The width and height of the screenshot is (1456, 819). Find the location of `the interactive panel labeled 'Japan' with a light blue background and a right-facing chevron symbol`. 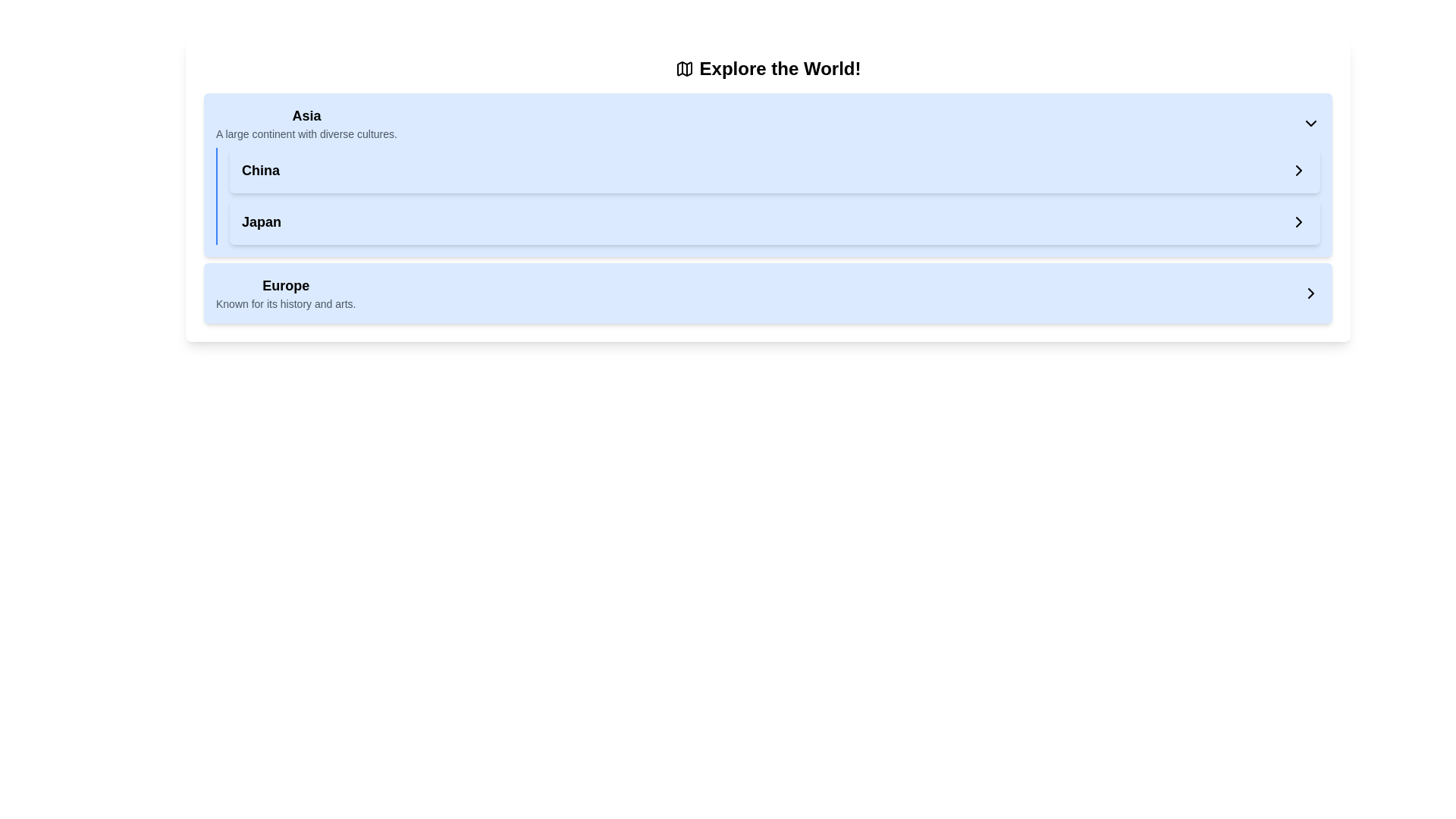

the interactive panel labeled 'Japan' with a light blue background and a right-facing chevron symbol is located at coordinates (775, 222).